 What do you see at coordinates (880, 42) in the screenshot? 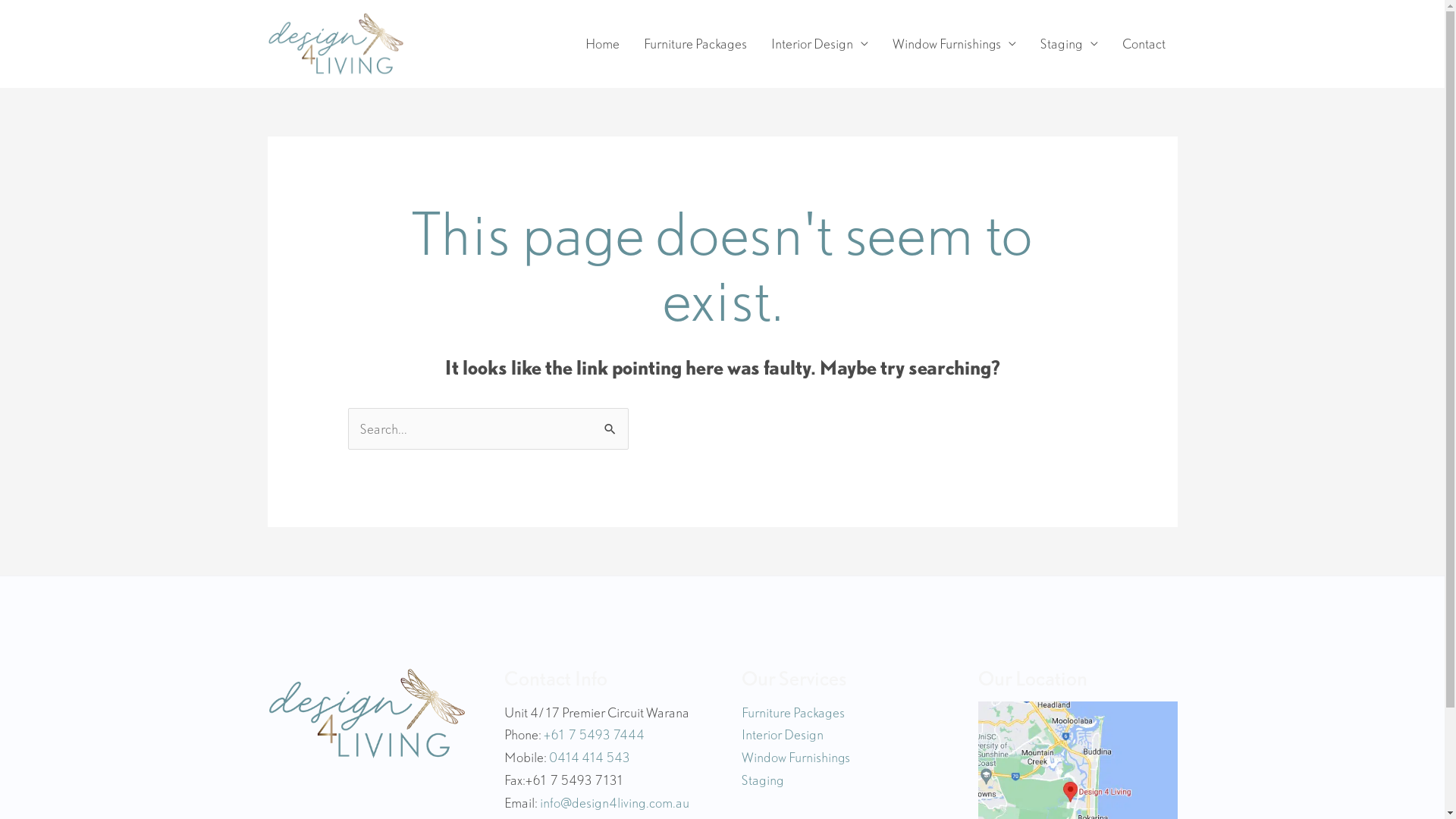
I see `'Window Furnishings'` at bounding box center [880, 42].